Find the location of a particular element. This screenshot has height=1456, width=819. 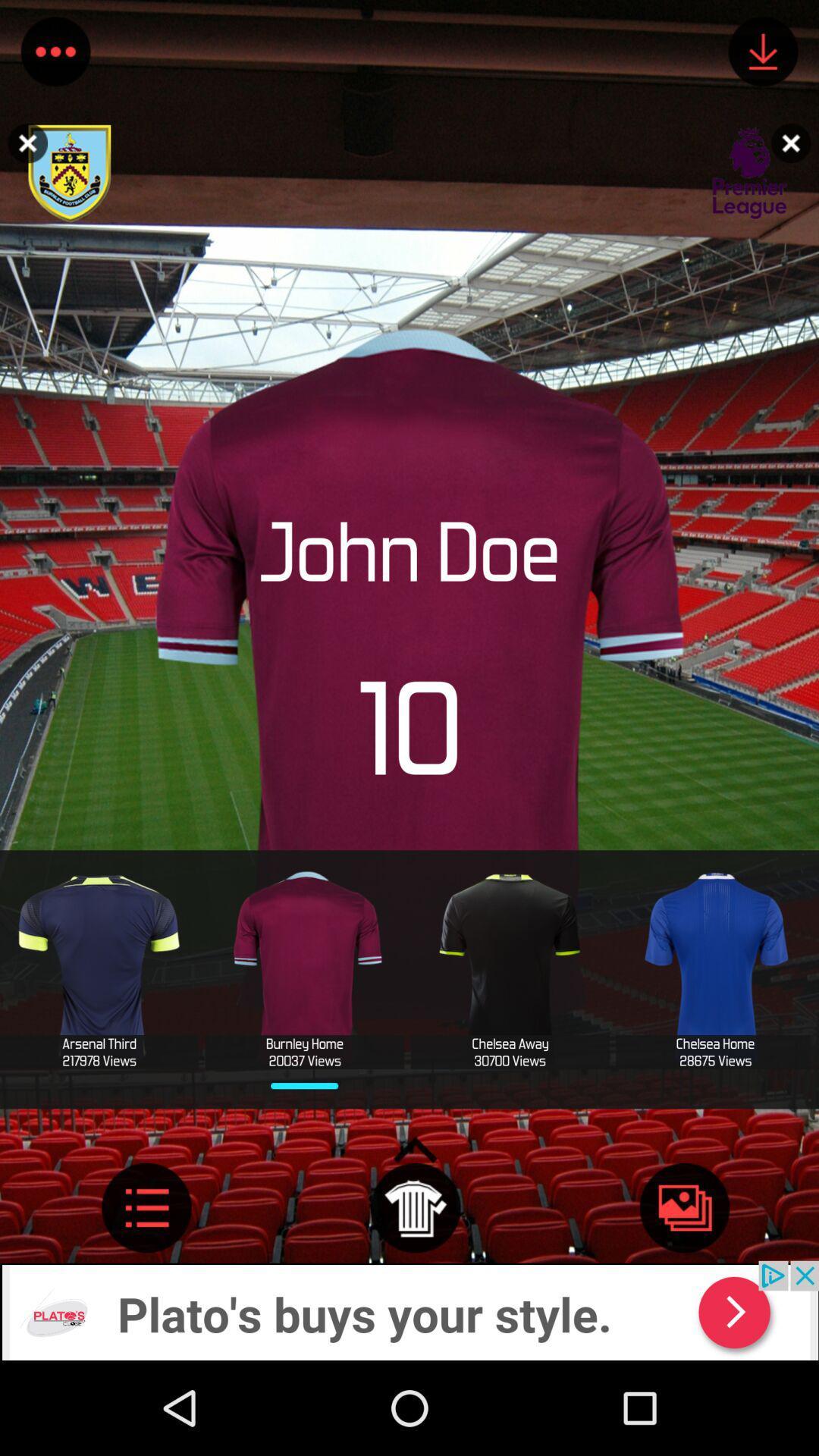

the file_download icon is located at coordinates (763, 55).